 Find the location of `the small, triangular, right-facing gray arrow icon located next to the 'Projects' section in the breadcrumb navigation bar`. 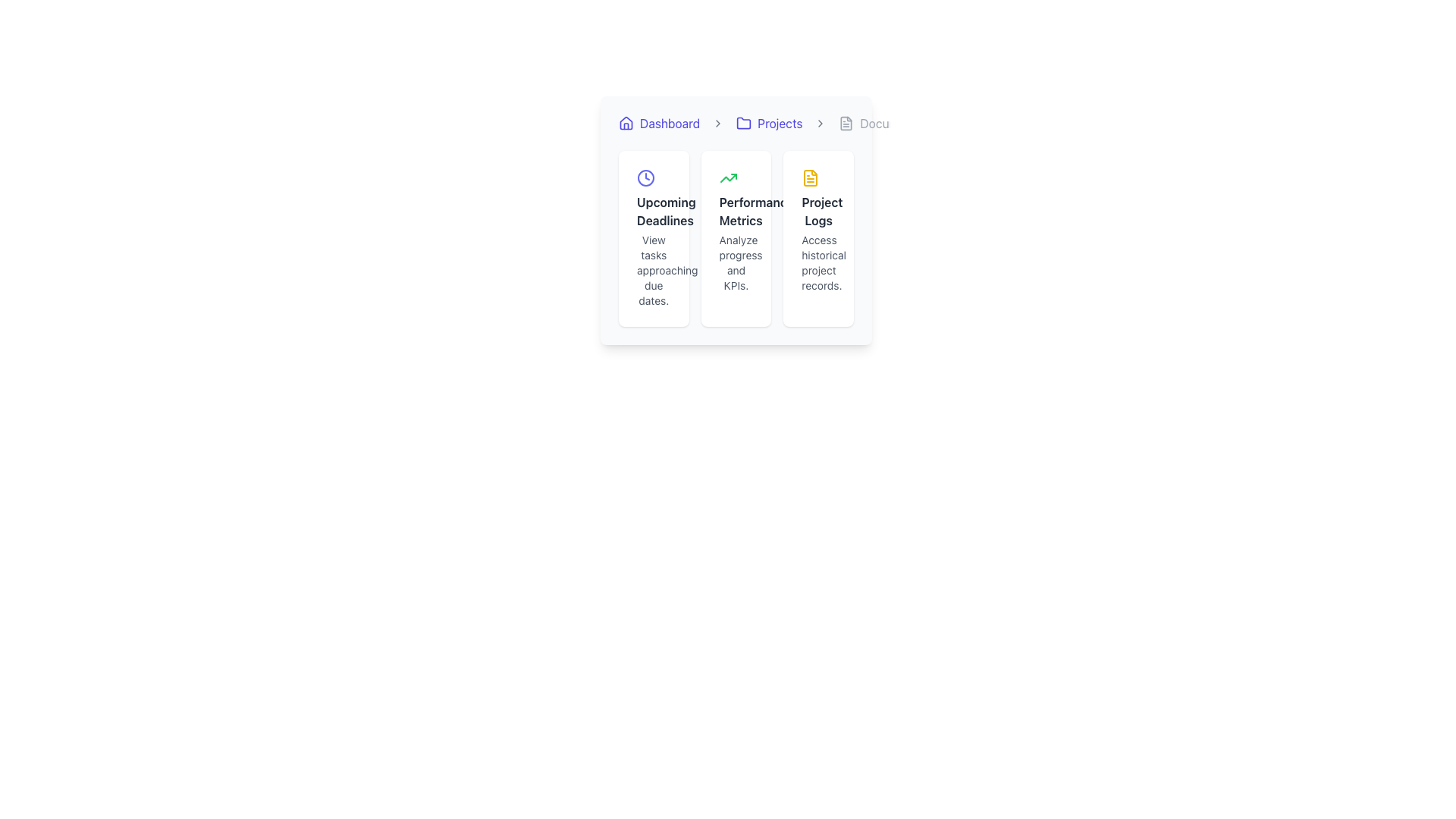

the small, triangular, right-facing gray arrow icon located next to the 'Projects' section in the breadcrumb navigation bar is located at coordinates (820, 122).